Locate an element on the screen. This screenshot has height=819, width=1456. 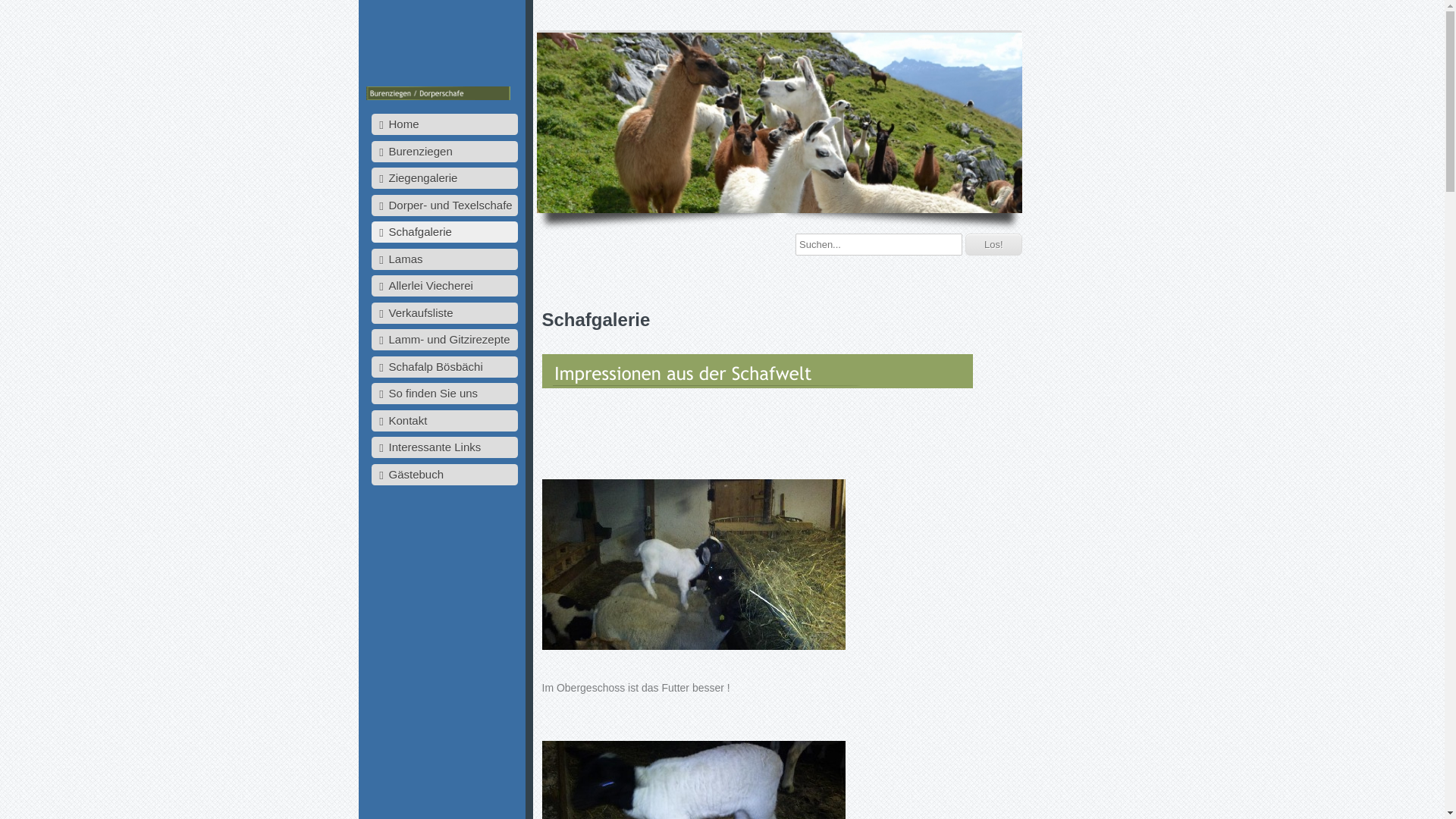
'Allerlei Viecherei' is located at coordinates (444, 286).